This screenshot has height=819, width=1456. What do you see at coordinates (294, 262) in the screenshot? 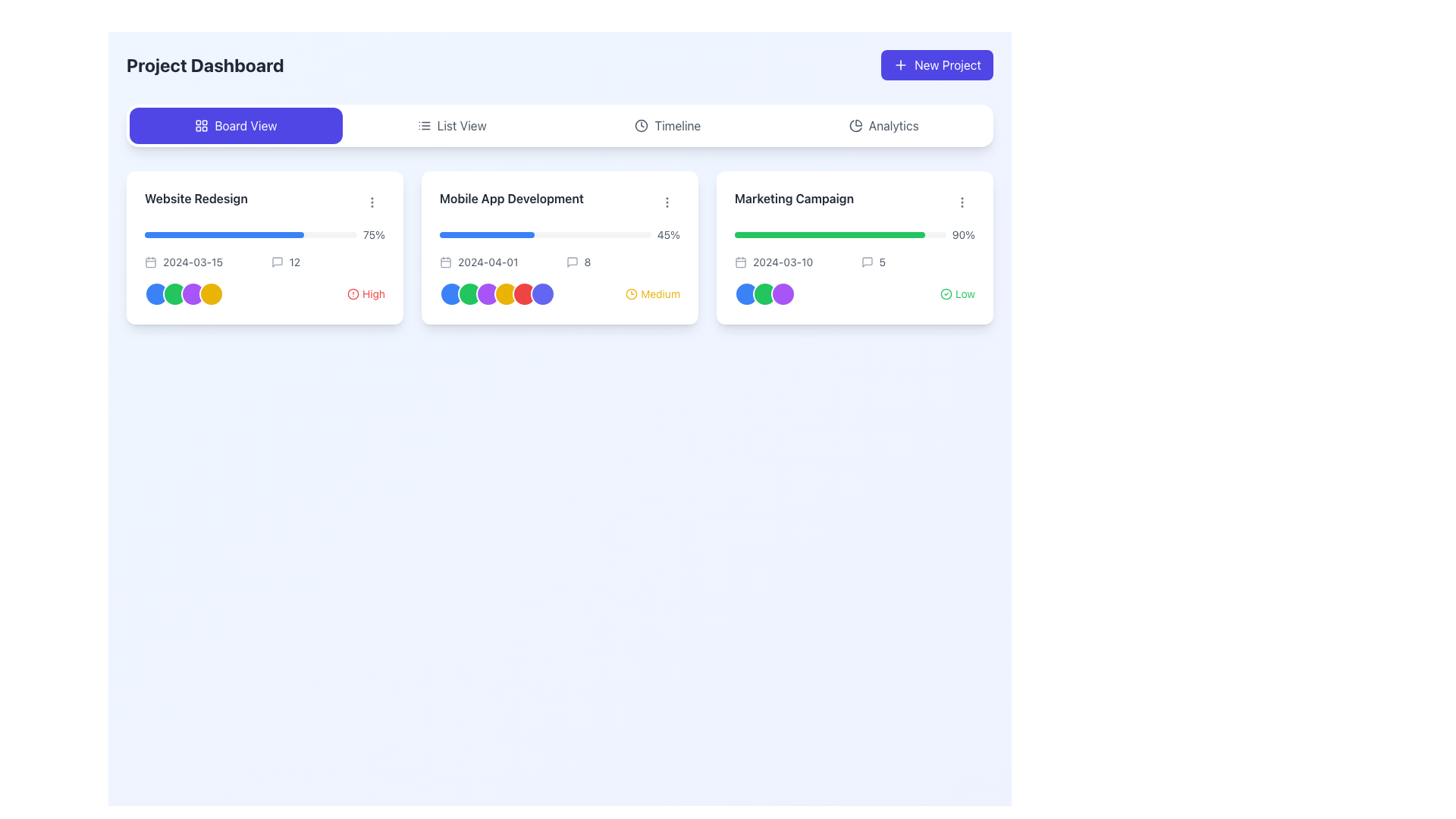
I see `the non-interactive text label displaying the numerical count of comments or messages located in the second card titled 'Mobile App Development', positioned to the right of the speech bubble icon` at bounding box center [294, 262].